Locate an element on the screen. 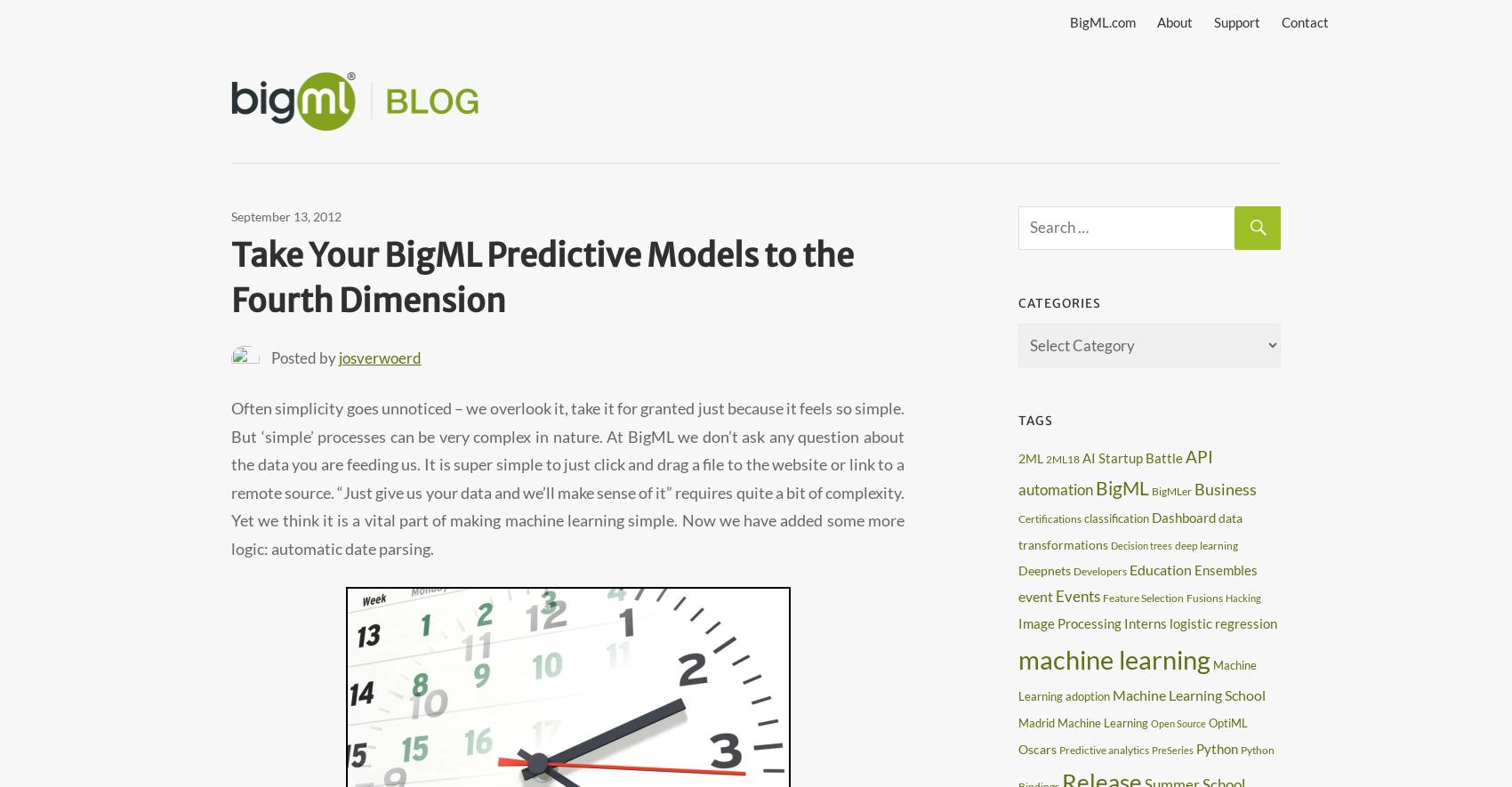 The image size is (1512, 787). 'Machine Learning Made Simple' is located at coordinates (650, 92).